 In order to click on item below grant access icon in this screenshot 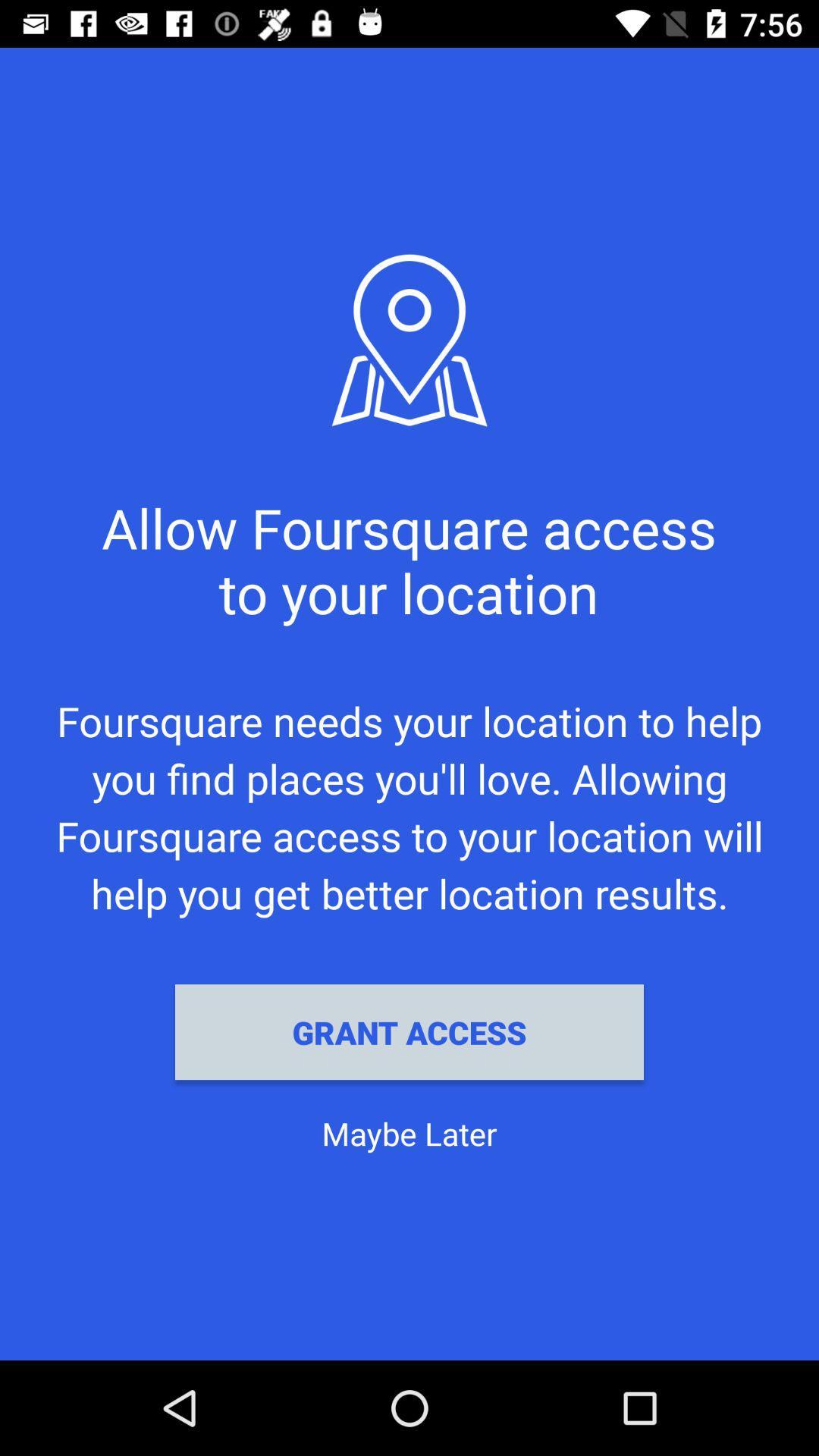, I will do `click(409, 1133)`.